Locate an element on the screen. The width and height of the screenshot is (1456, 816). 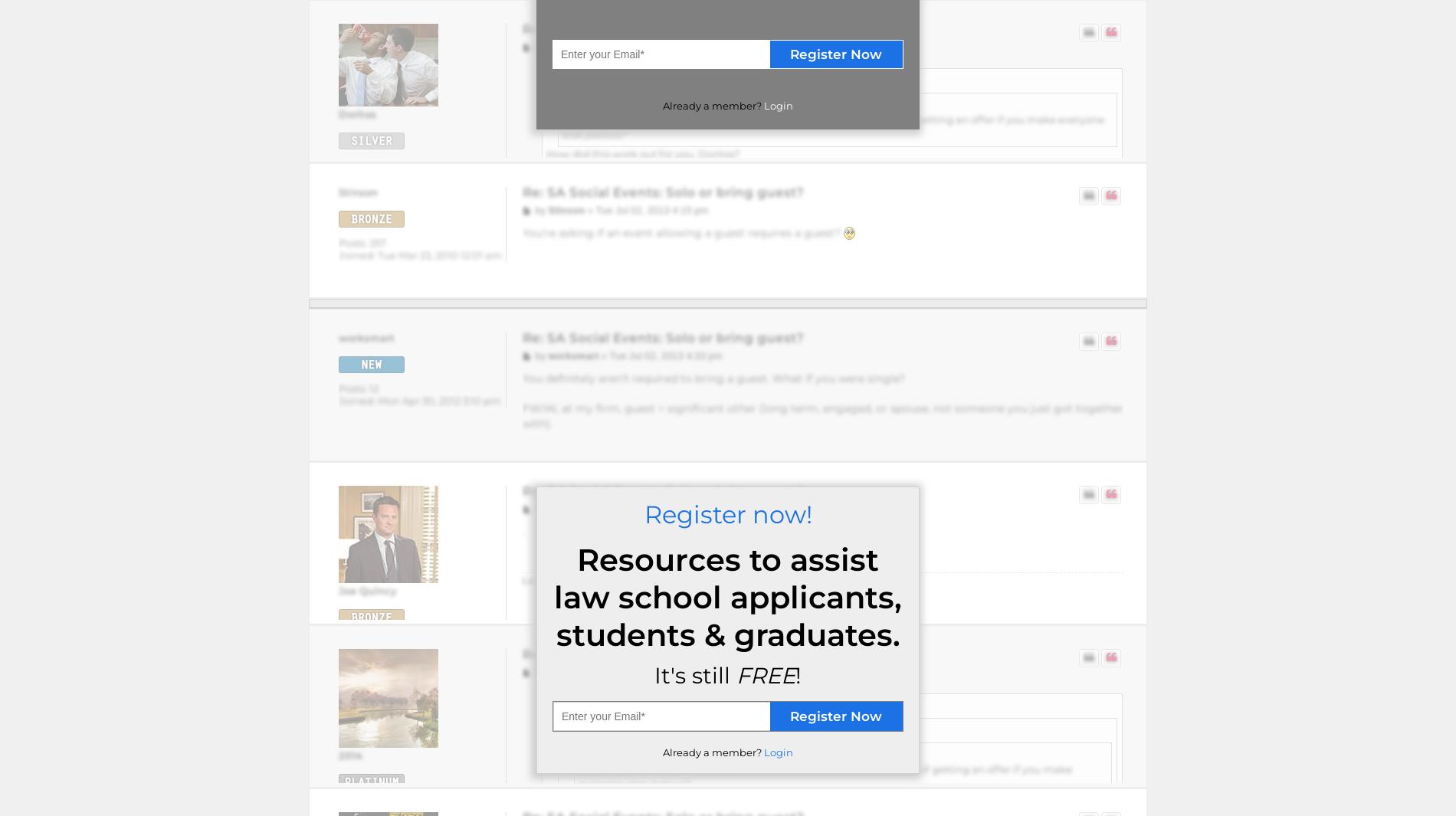
'on Tue Jul 02, 2013 4:47 pm, edited 1 time in total.' is located at coordinates (749, 580).